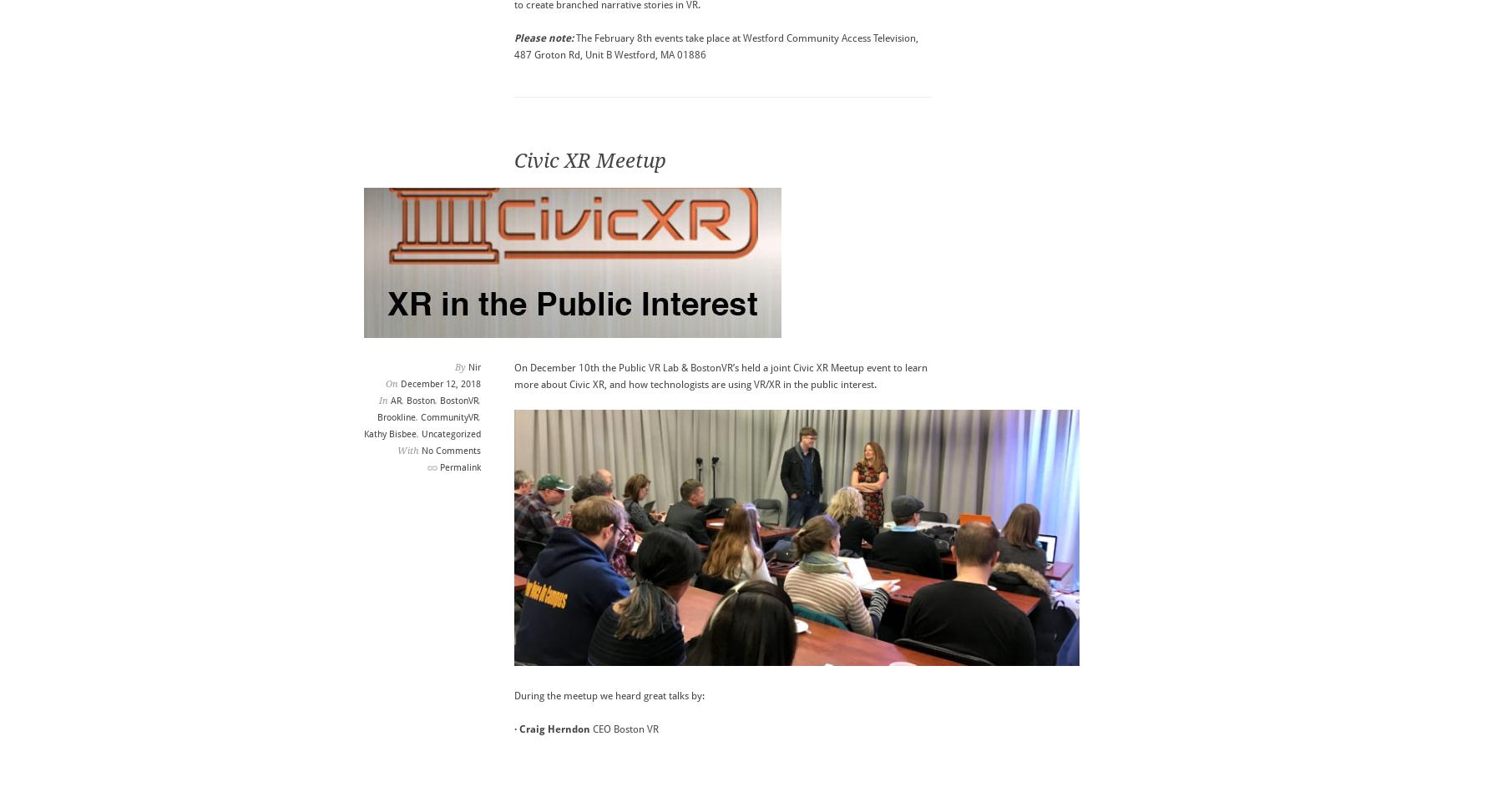  What do you see at coordinates (449, 433) in the screenshot?
I see `'Uncategorized'` at bounding box center [449, 433].